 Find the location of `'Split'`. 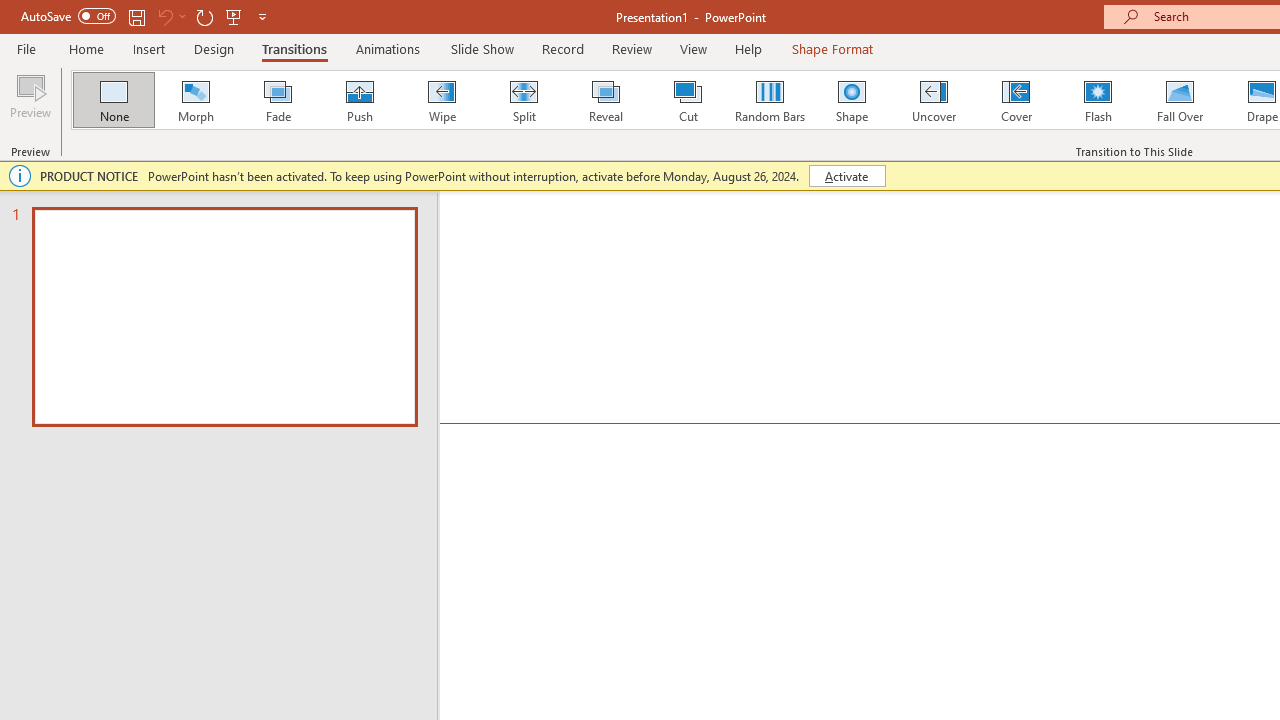

'Split' is located at coordinates (523, 100).